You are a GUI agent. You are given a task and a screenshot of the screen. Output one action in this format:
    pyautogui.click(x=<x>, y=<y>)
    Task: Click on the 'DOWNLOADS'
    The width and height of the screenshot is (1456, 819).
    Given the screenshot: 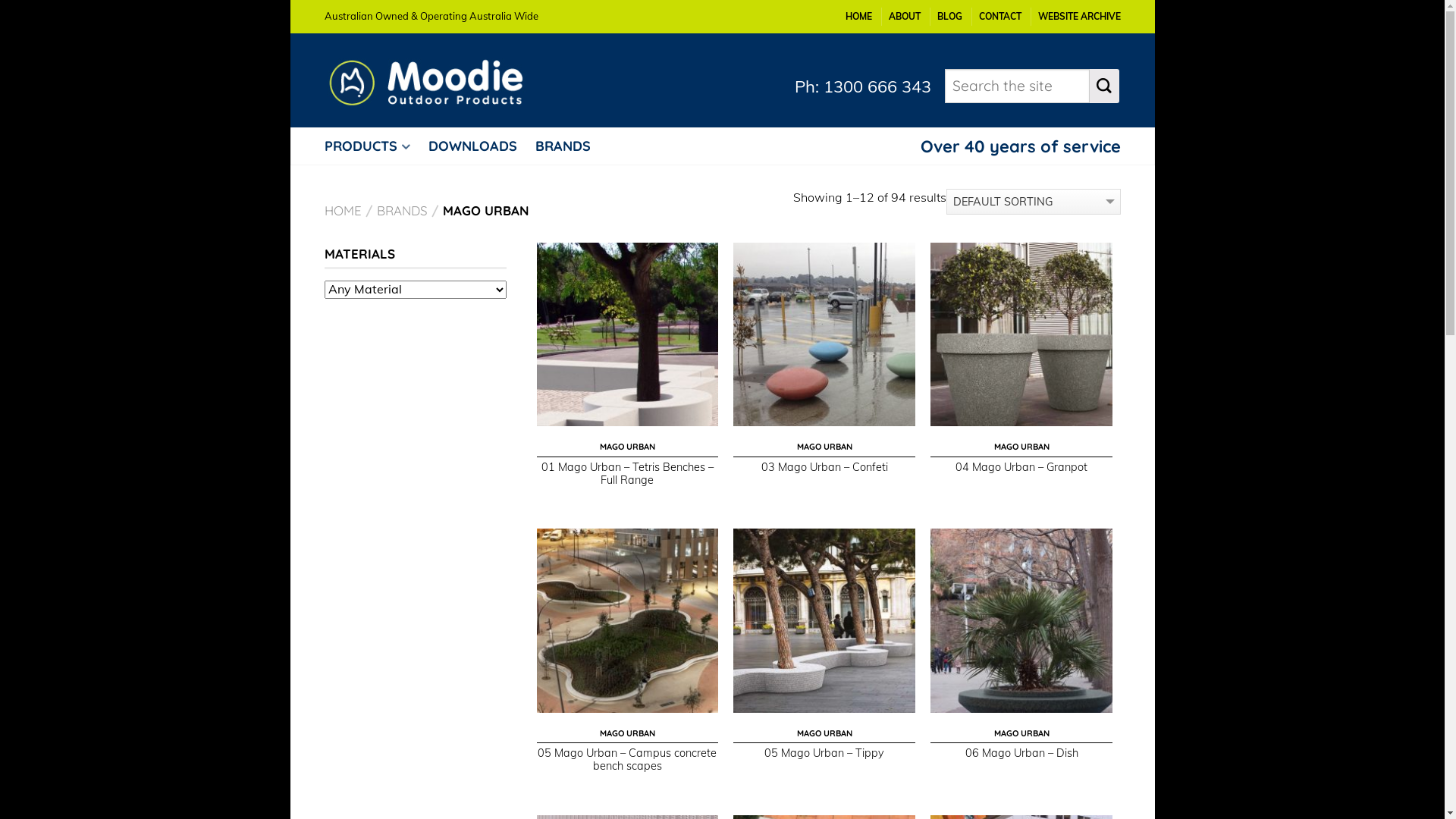 What is the action you would take?
    pyautogui.click(x=479, y=146)
    